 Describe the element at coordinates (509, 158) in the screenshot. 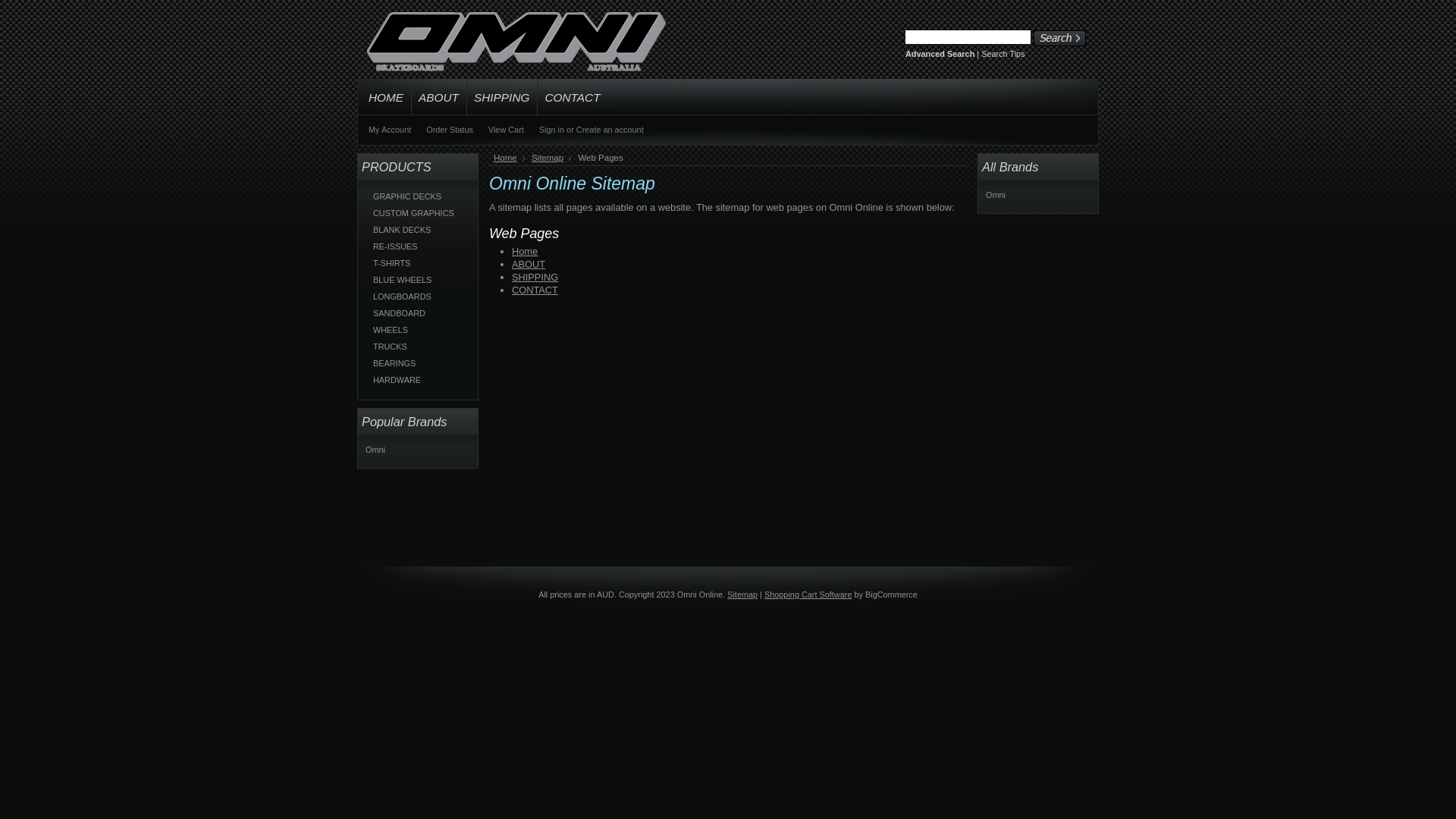

I see `'Home'` at that location.